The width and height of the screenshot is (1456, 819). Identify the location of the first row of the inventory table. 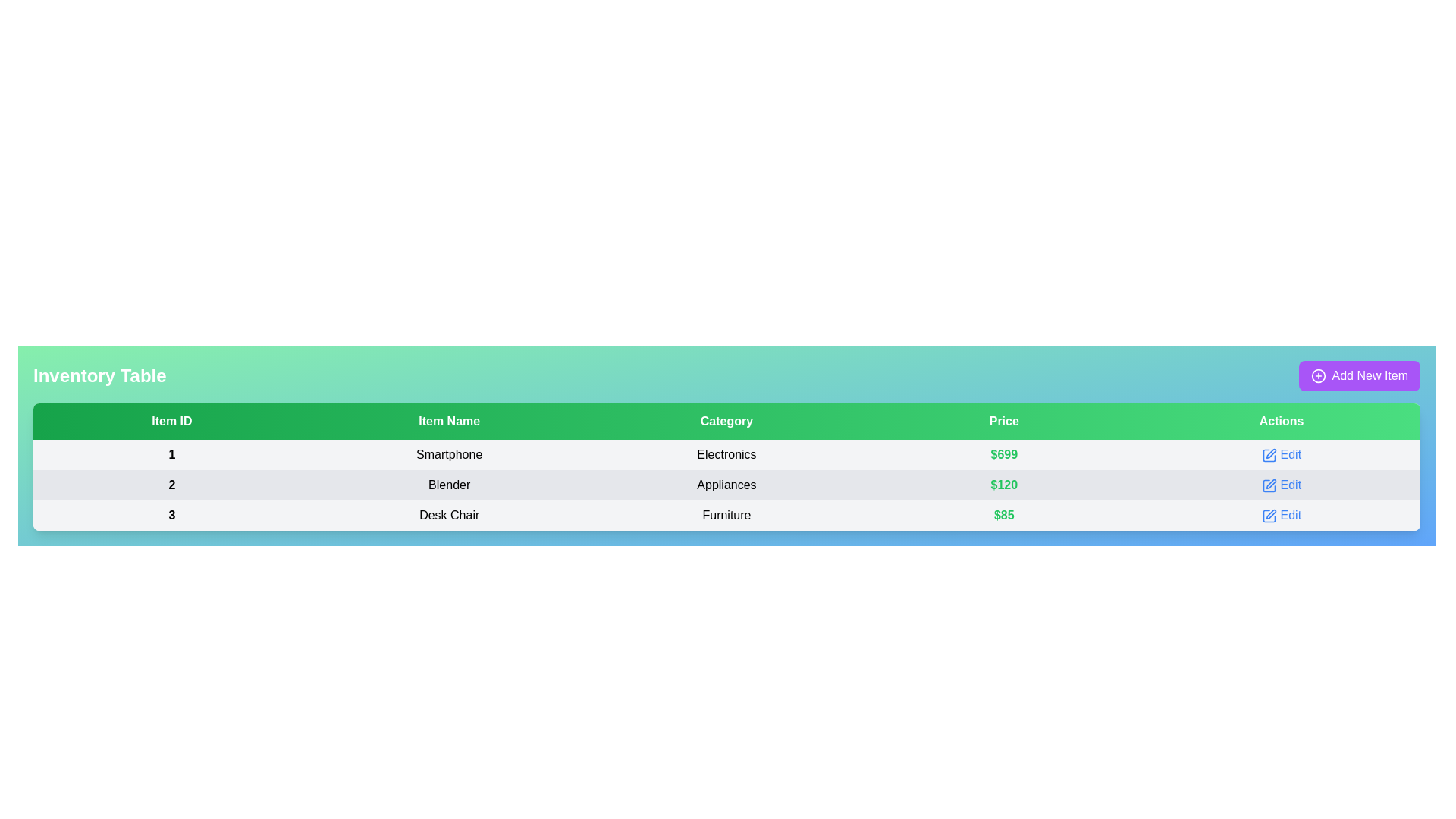
(726, 454).